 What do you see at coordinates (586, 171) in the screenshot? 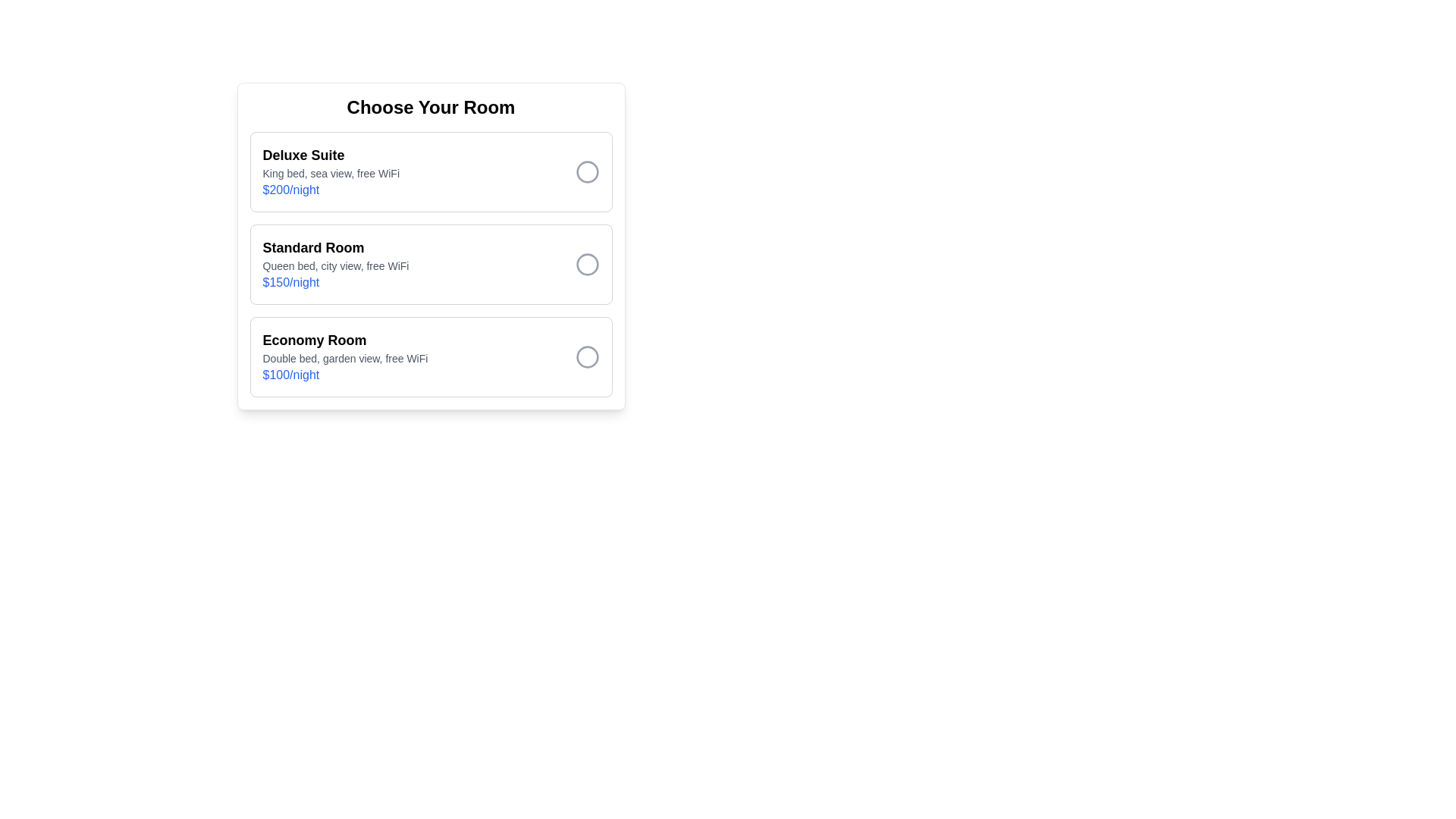
I see `the radio button for the 'Deluxe Suite' room located at the far right of the 'Deluxe Suite' card in the 'Choose Your Room' section` at bounding box center [586, 171].